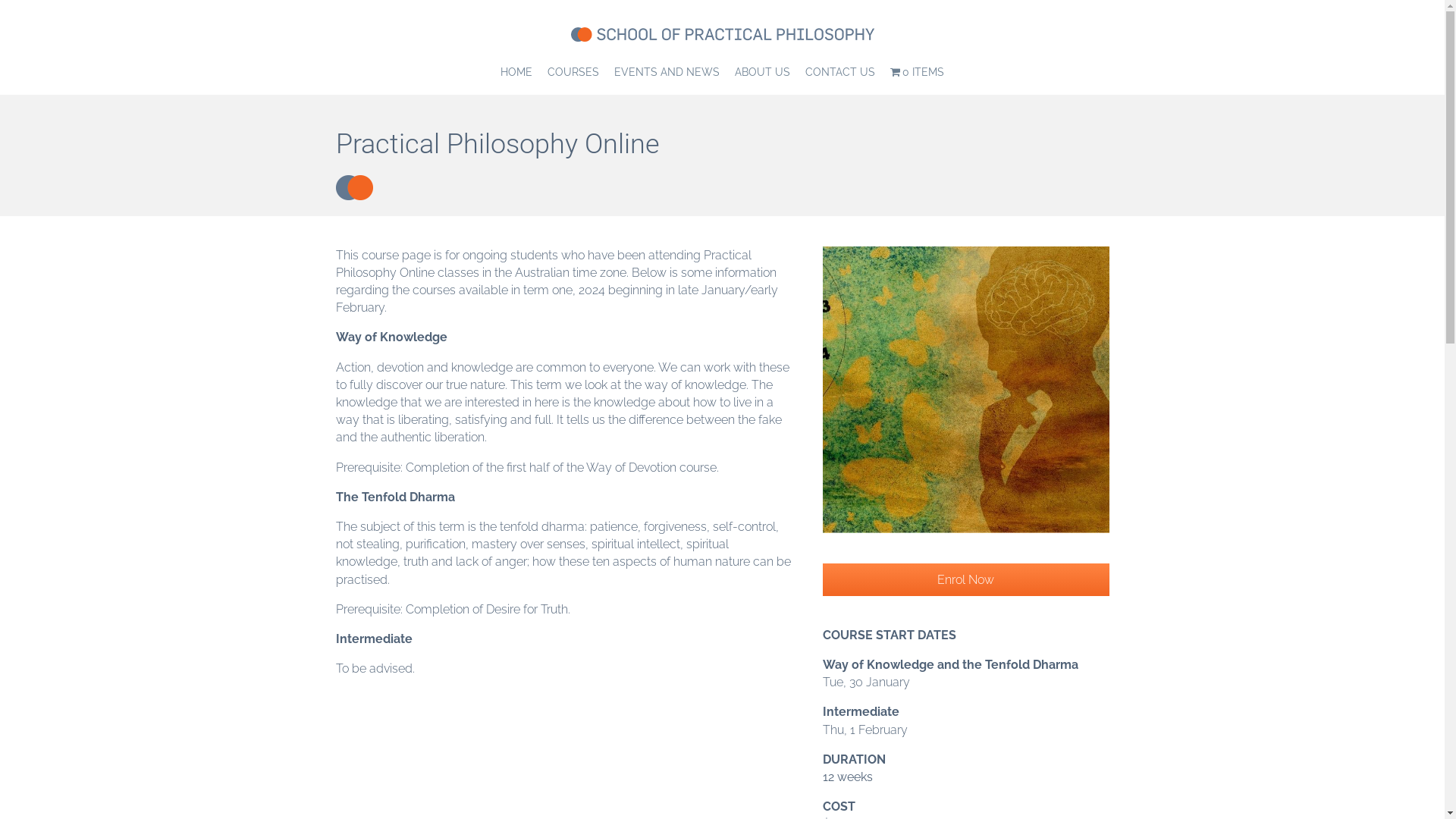 This screenshot has height=819, width=1456. Describe the element at coordinates (839, 72) in the screenshot. I see `'CONTACT US'` at that location.